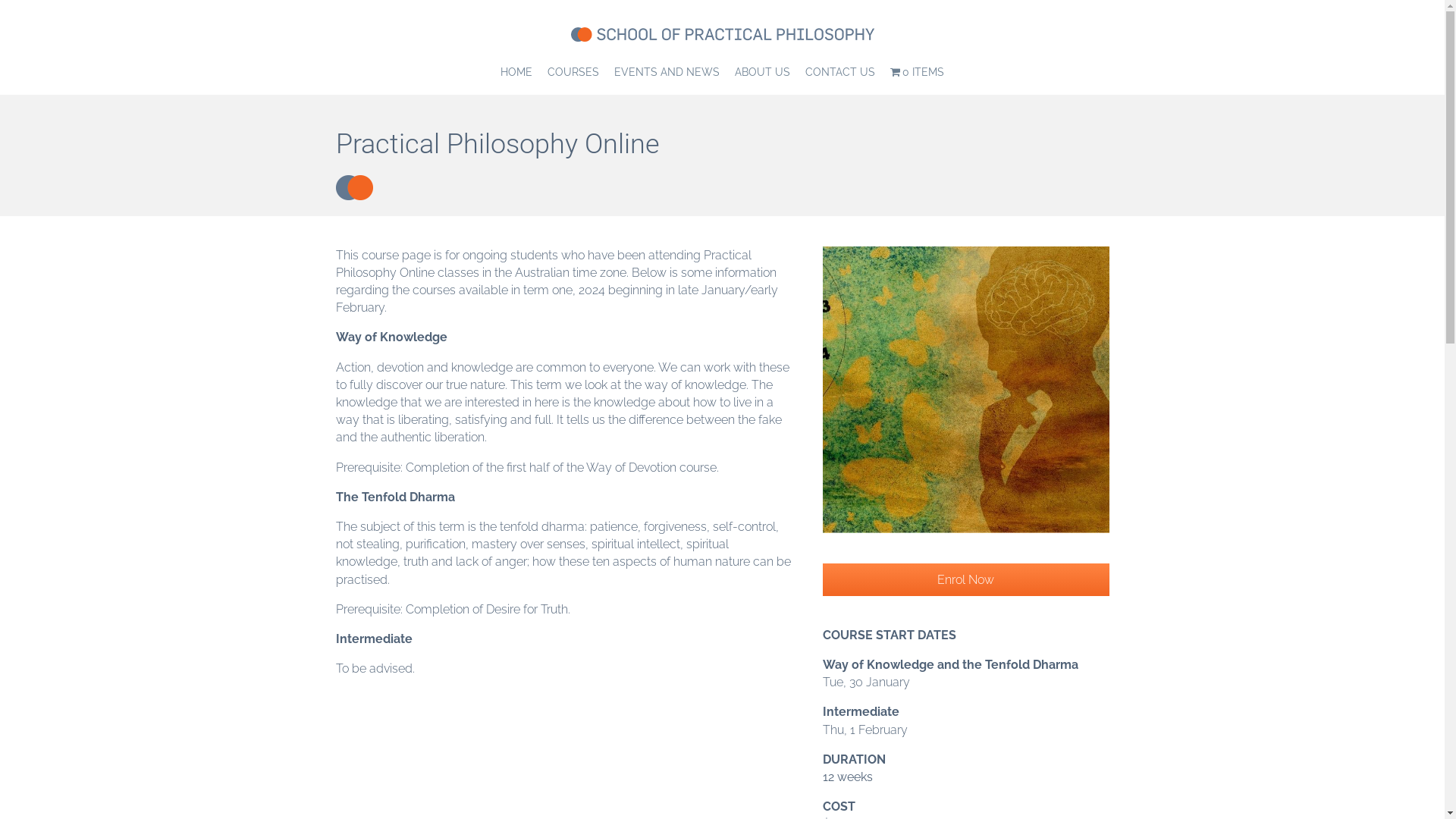 This screenshot has height=819, width=1456. Describe the element at coordinates (839, 72) in the screenshot. I see `'CONTACT US'` at that location.